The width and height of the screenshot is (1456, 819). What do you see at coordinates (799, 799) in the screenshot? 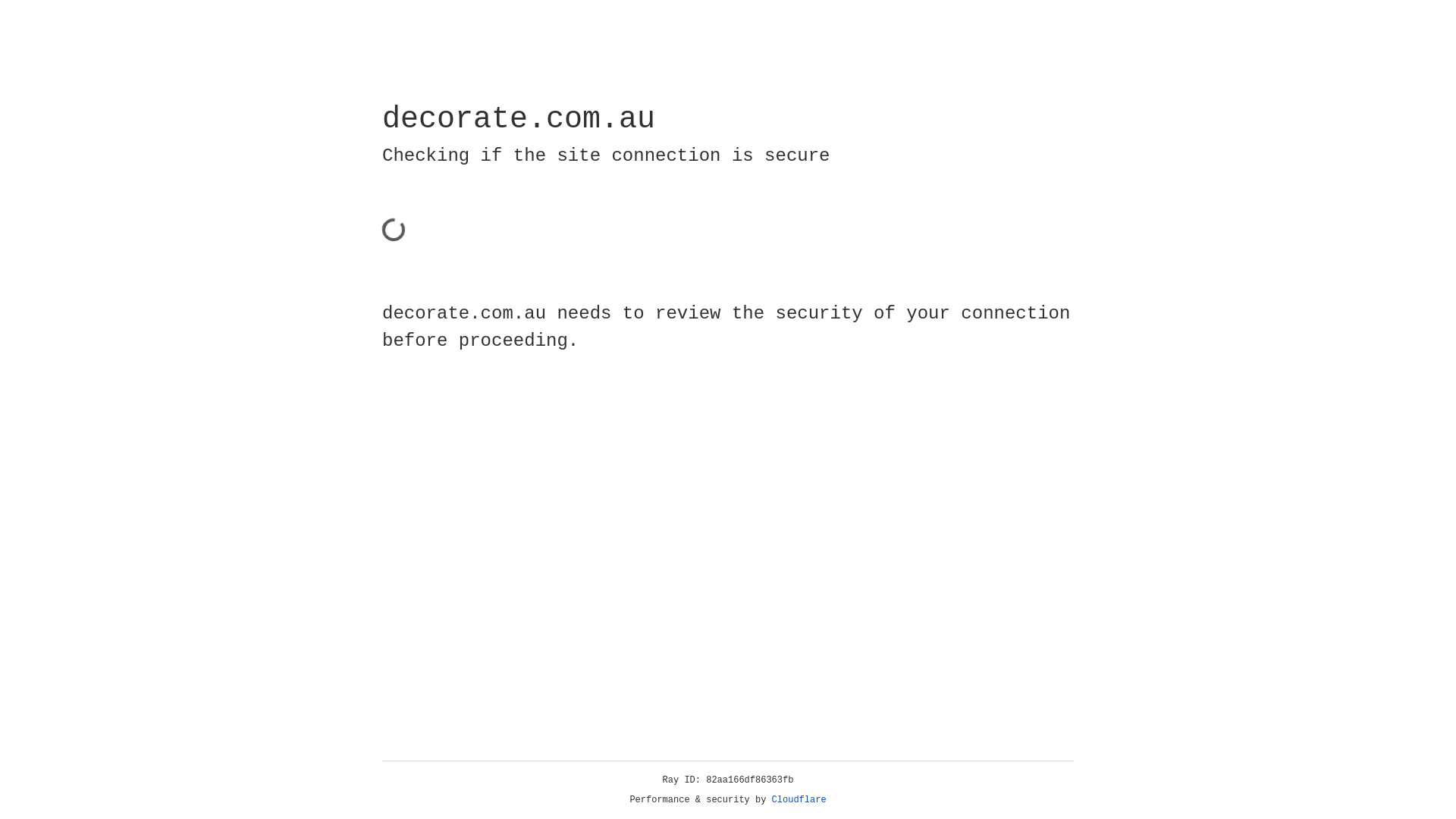
I see `'Cloudflare'` at bounding box center [799, 799].